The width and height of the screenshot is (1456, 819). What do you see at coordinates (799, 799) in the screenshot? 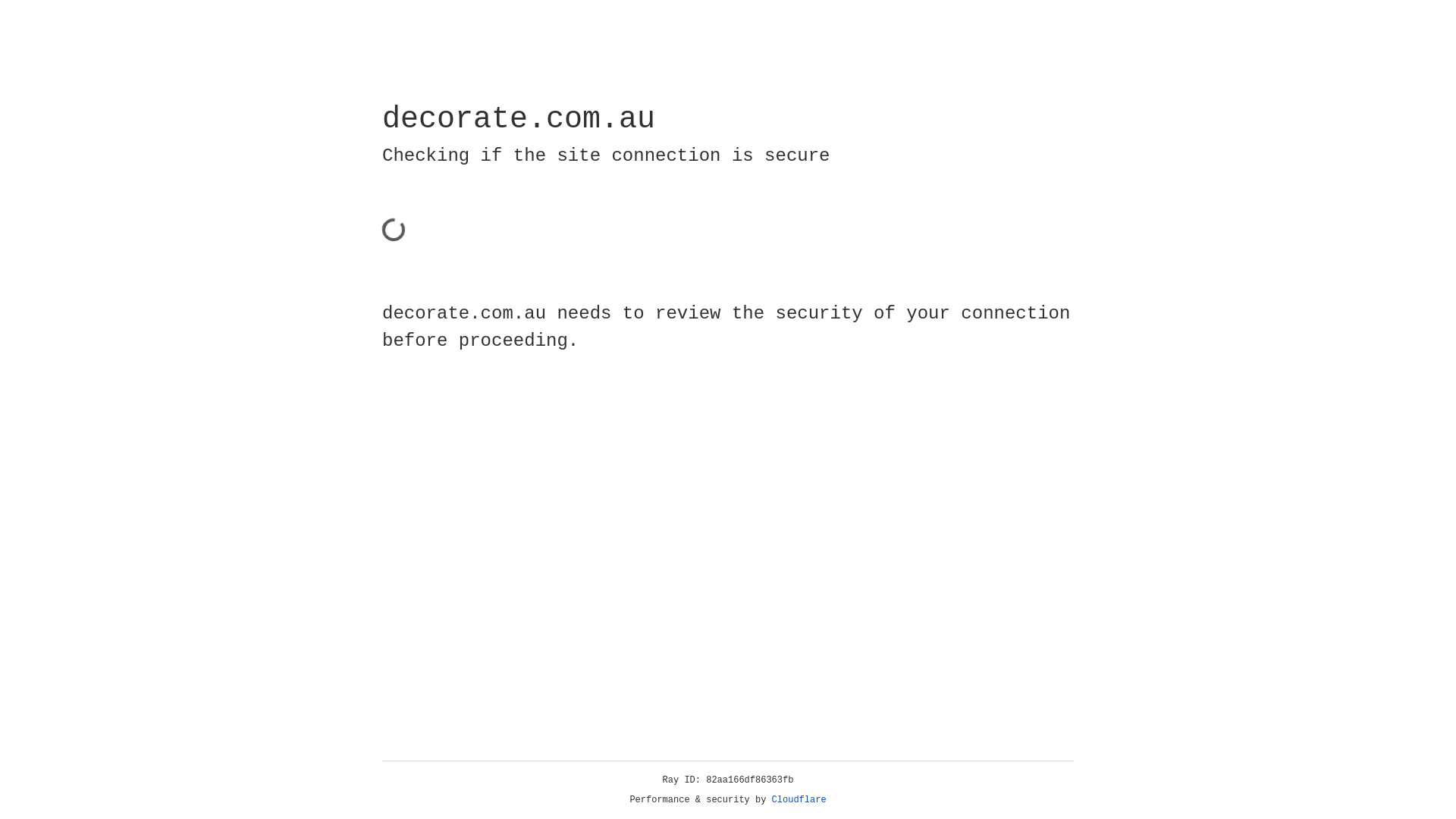
I see `'Cloudflare'` at bounding box center [799, 799].